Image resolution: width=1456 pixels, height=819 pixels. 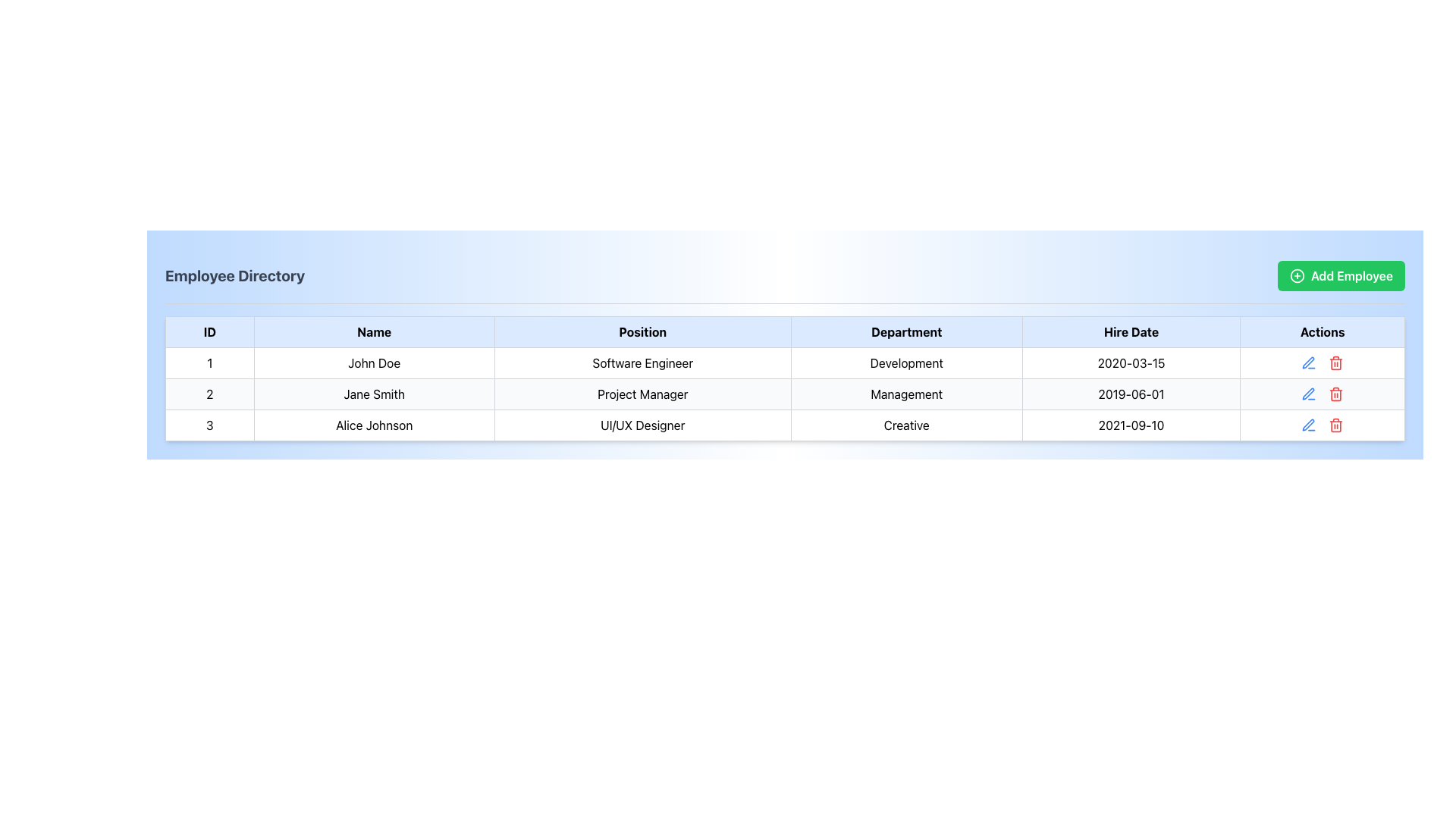 I want to click on the static text label displaying 'Management' in the second row, fourth column of the table, which has a light gray background and black text, so click(x=906, y=394).